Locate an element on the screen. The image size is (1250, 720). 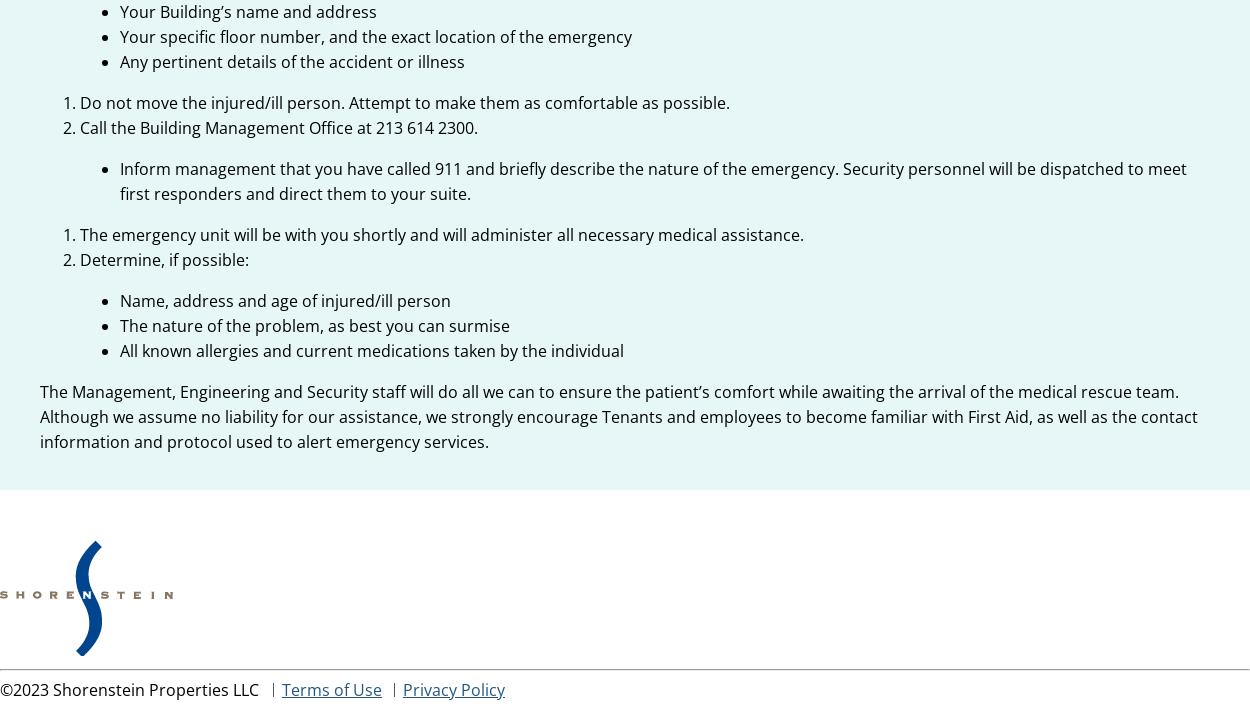
'Your Building’s name and address' is located at coordinates (119, 12).